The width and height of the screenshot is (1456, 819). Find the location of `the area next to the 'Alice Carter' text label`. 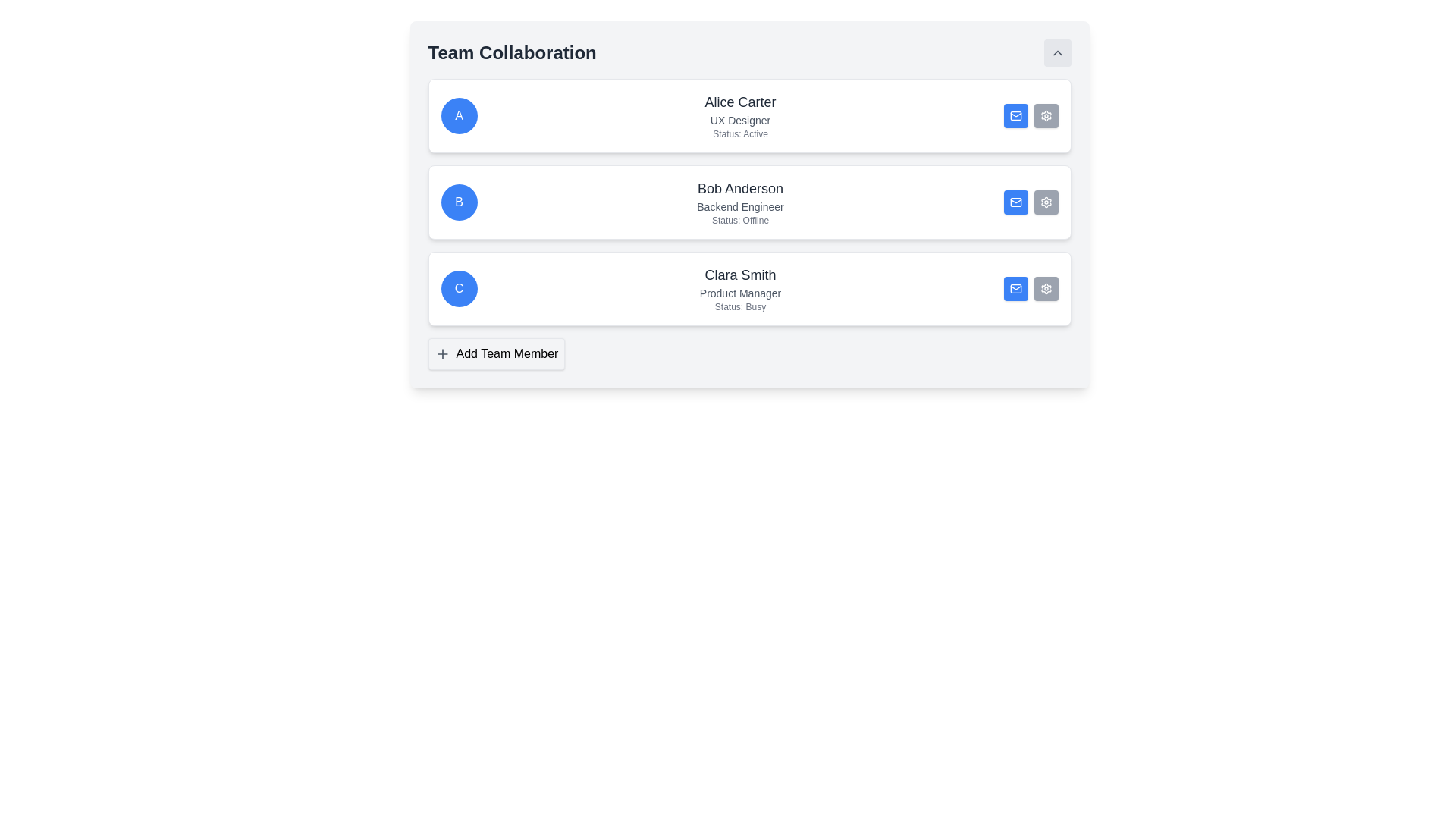

the area next to the 'Alice Carter' text label is located at coordinates (740, 102).